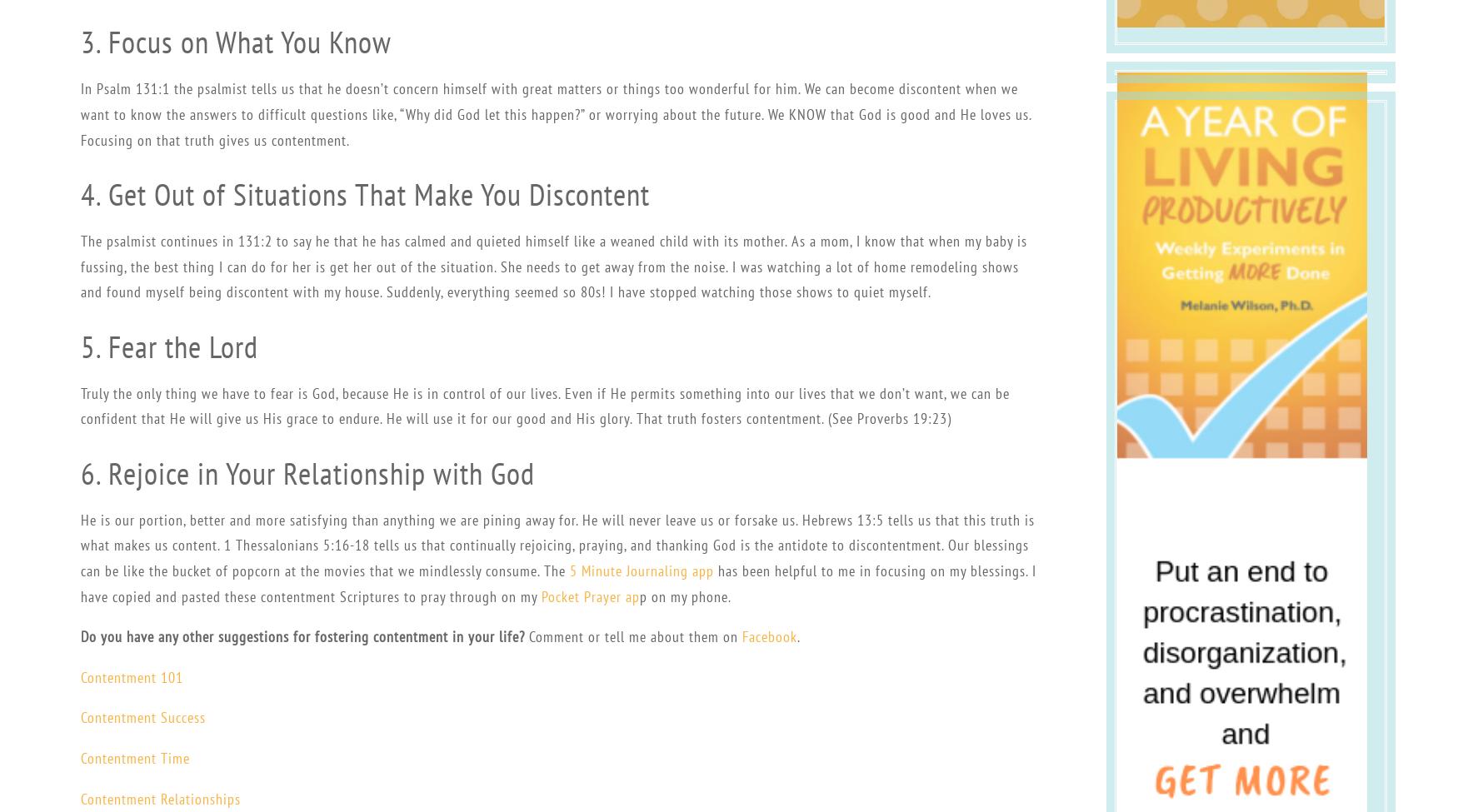  I want to click on 'Comment or tell me about them on', so click(632, 635).